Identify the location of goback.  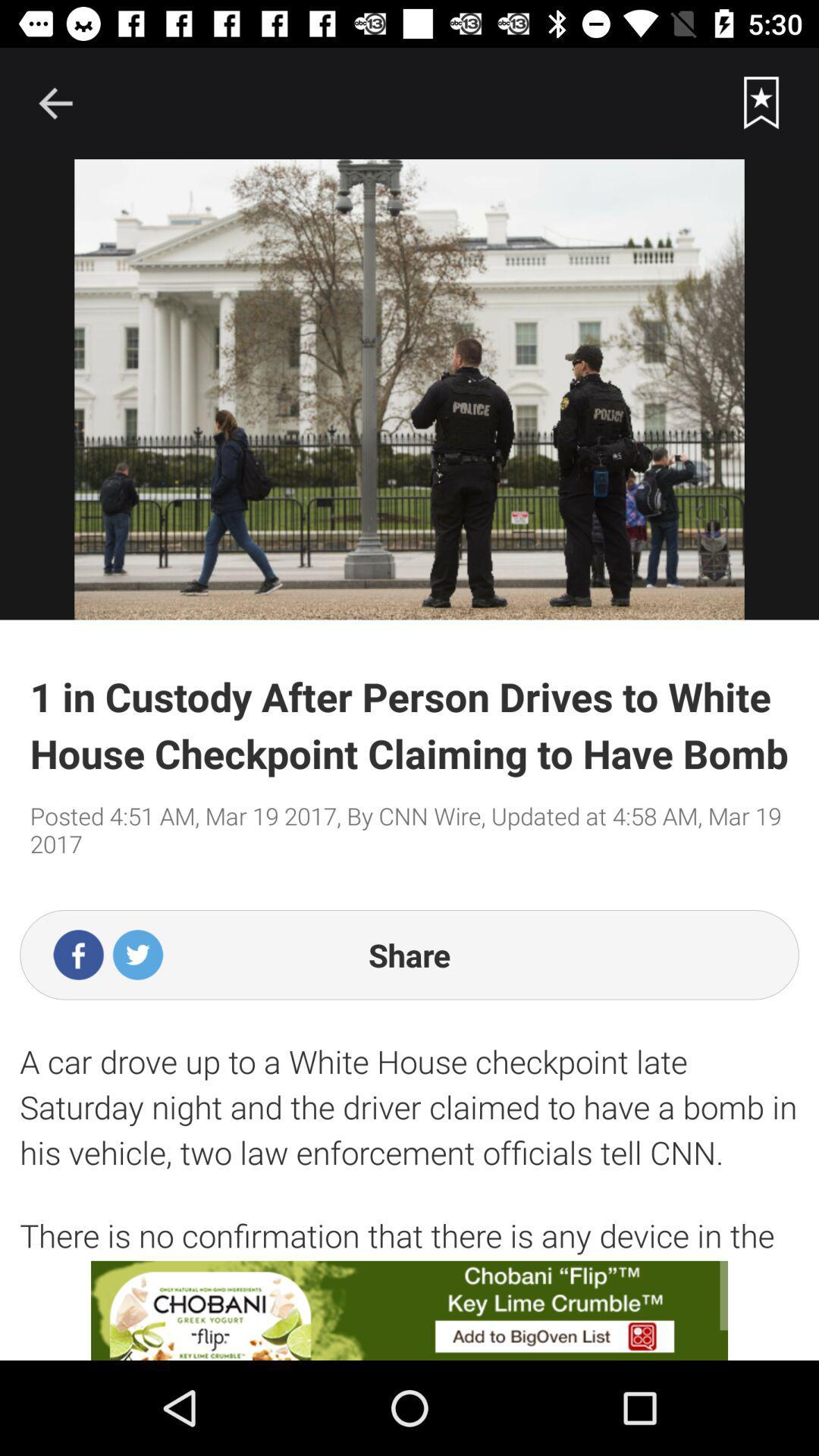
(55, 102).